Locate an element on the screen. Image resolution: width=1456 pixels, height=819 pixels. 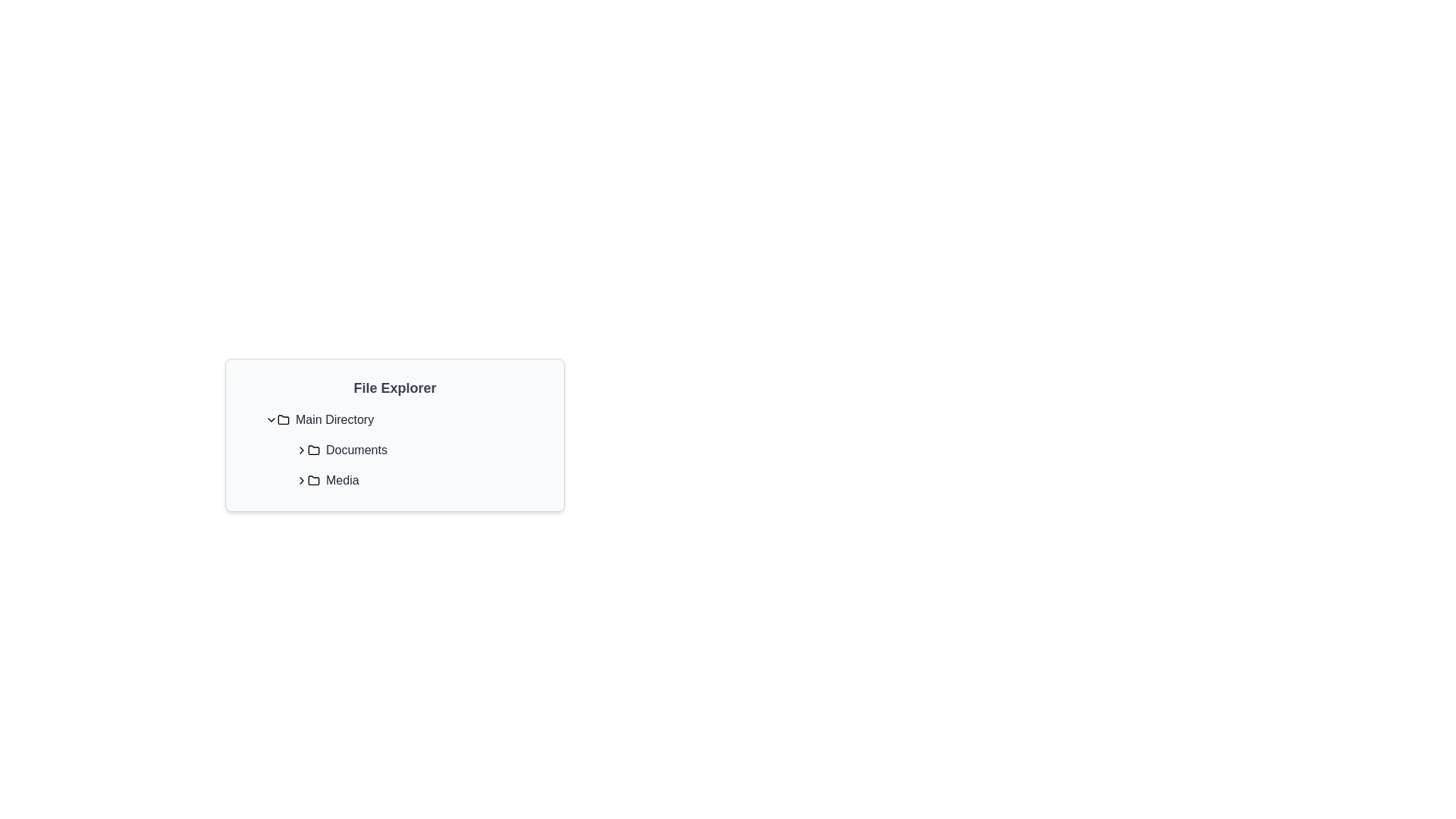
text label that identifies the 'Documents' category in the file explorer interface, which is positioned beneath the 'Main Directory' item and above the 'Media' item is located at coordinates (356, 450).